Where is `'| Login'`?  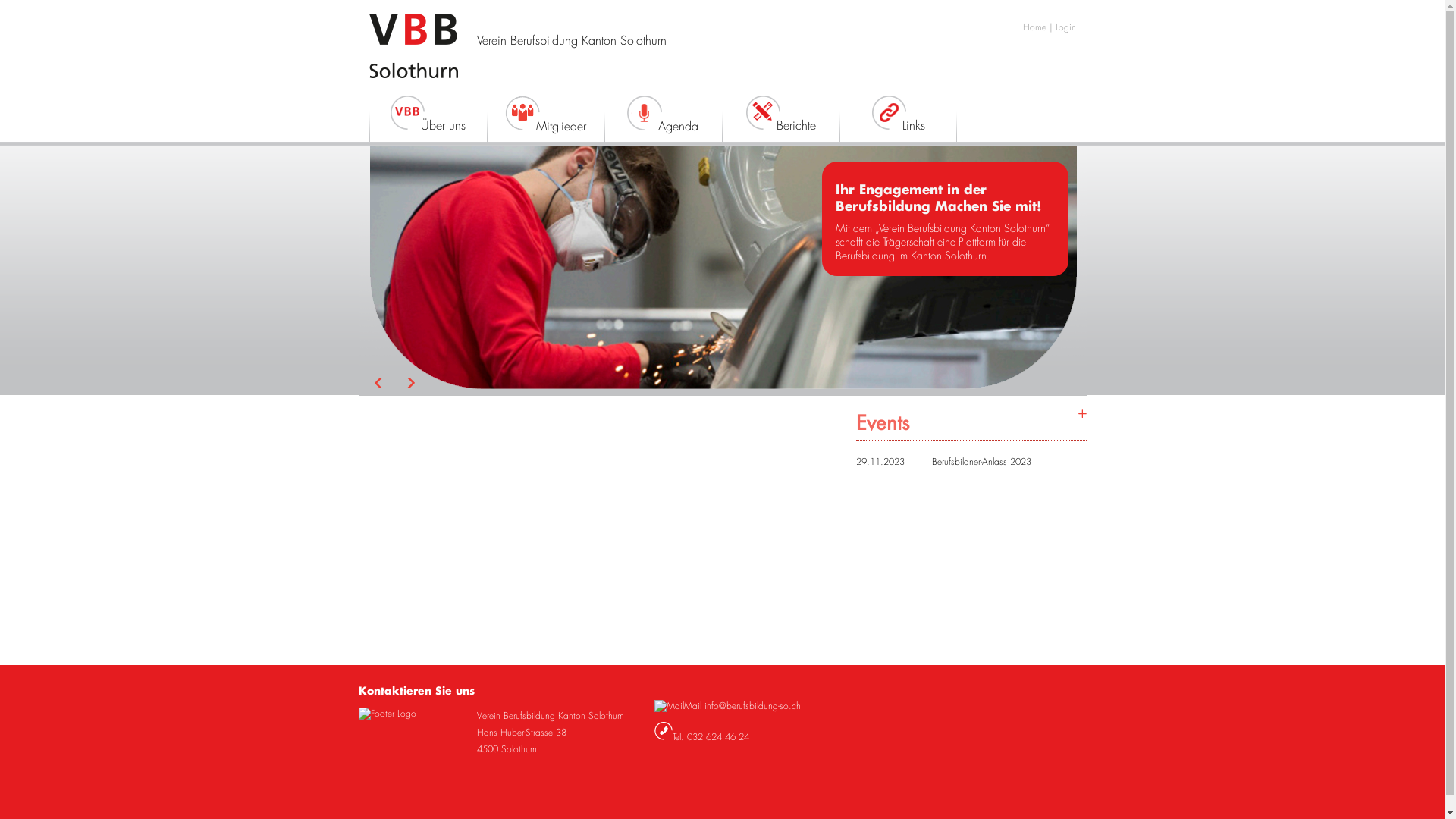 '| Login' is located at coordinates (1062, 27).